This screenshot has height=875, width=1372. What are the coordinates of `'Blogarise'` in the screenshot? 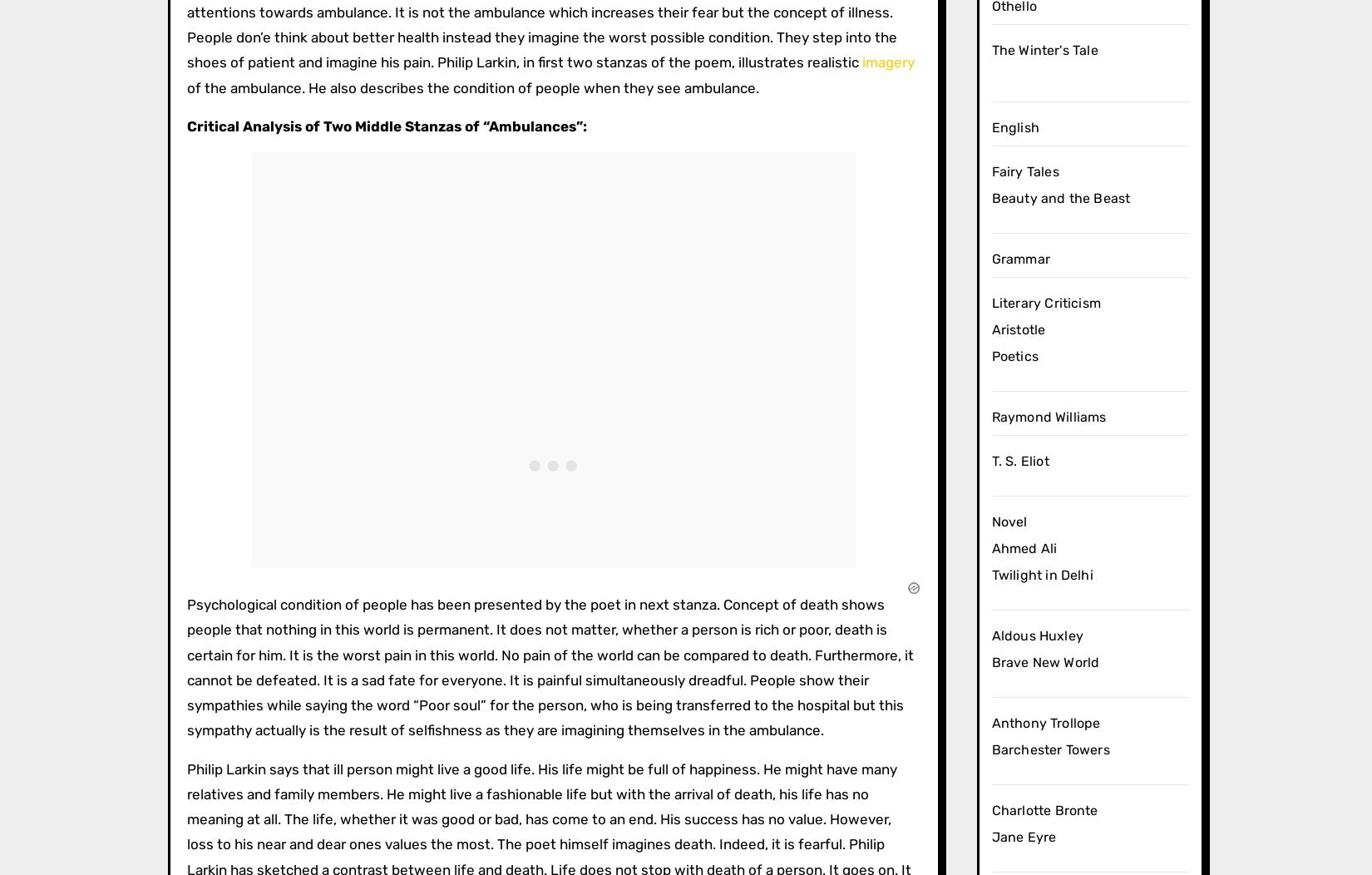 It's located at (399, 250).